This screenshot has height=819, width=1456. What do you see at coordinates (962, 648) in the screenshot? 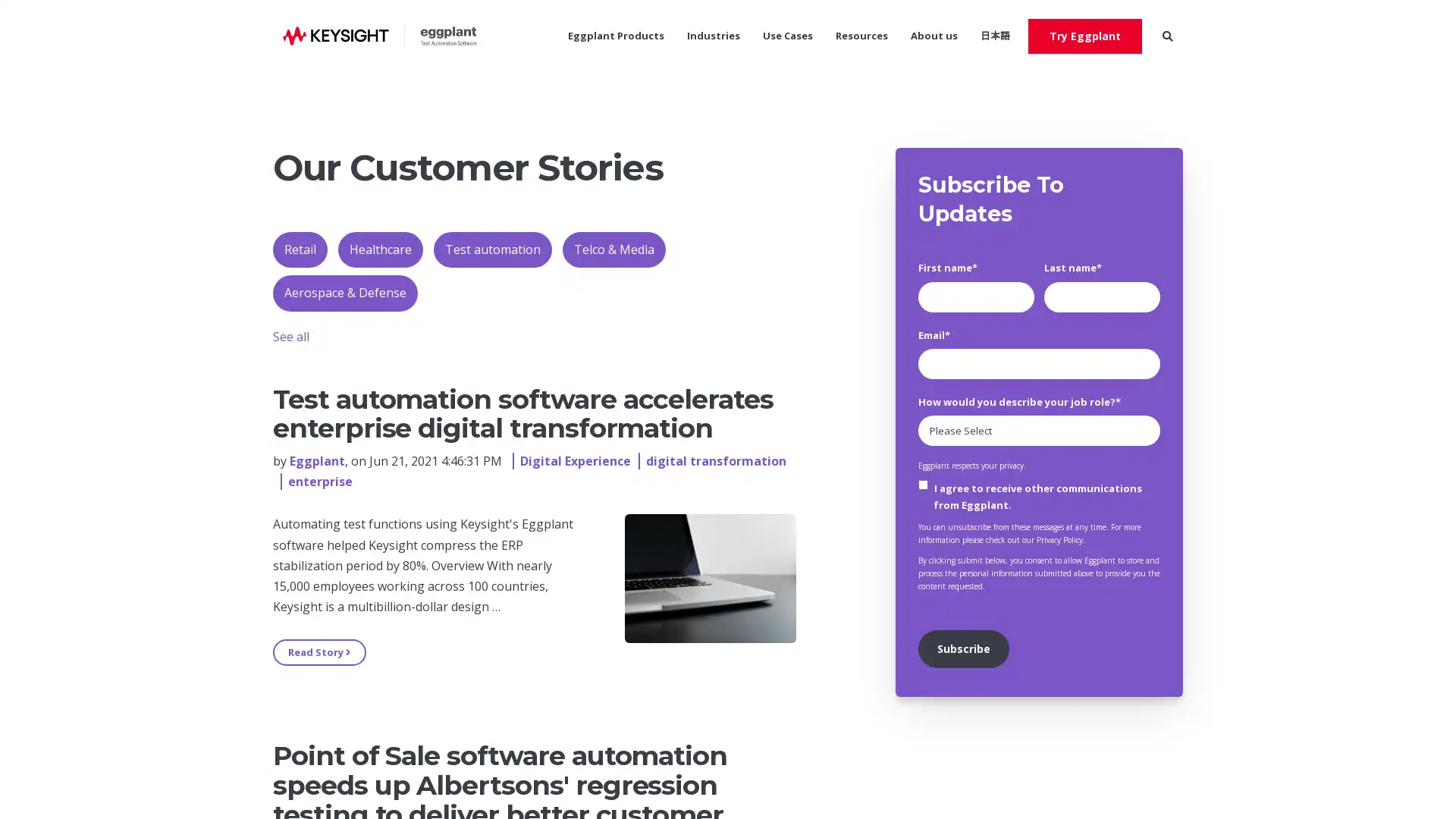
I see `Subscribe` at bounding box center [962, 648].